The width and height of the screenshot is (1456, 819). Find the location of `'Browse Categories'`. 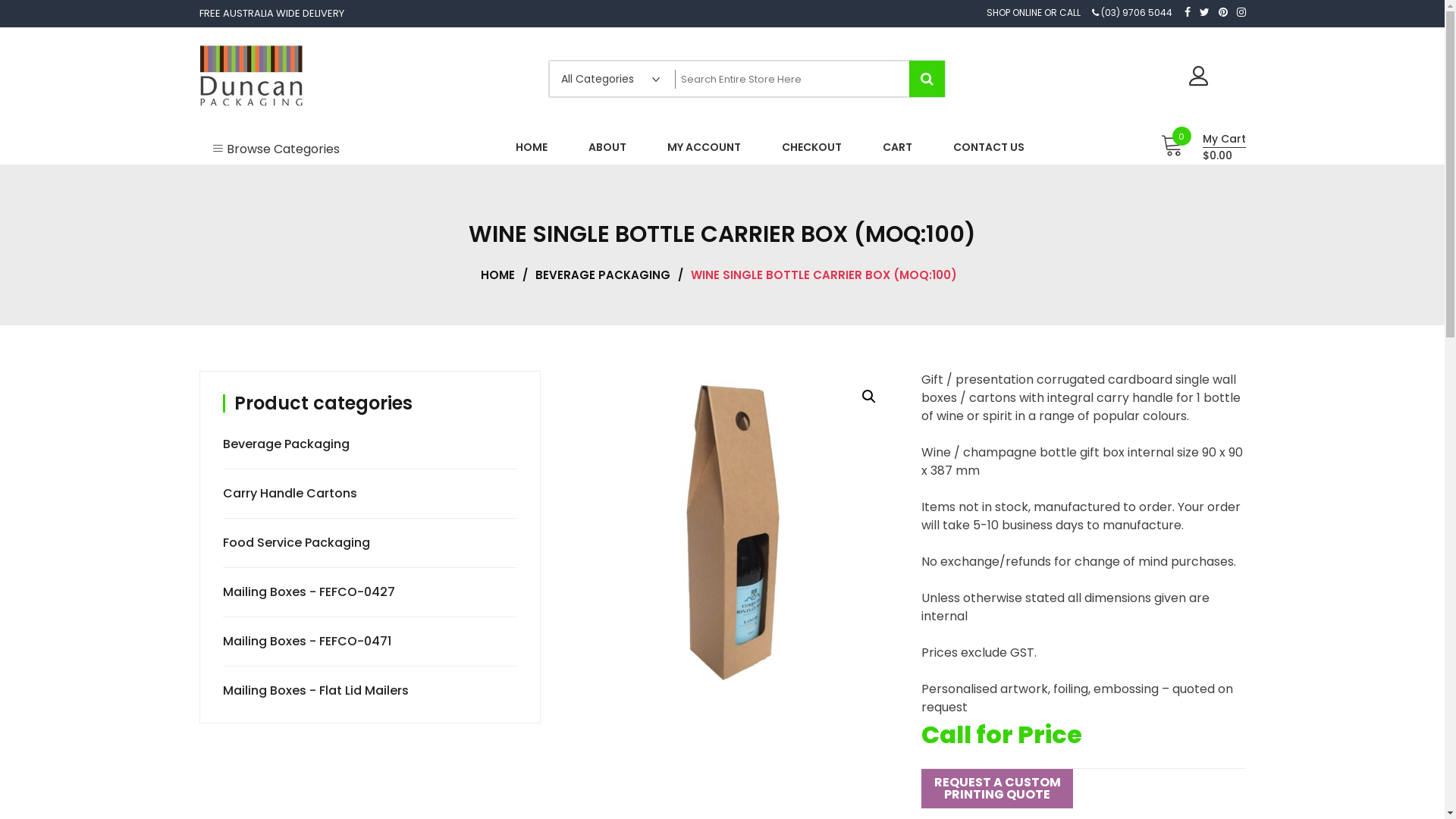

'Browse Categories' is located at coordinates (198, 146).